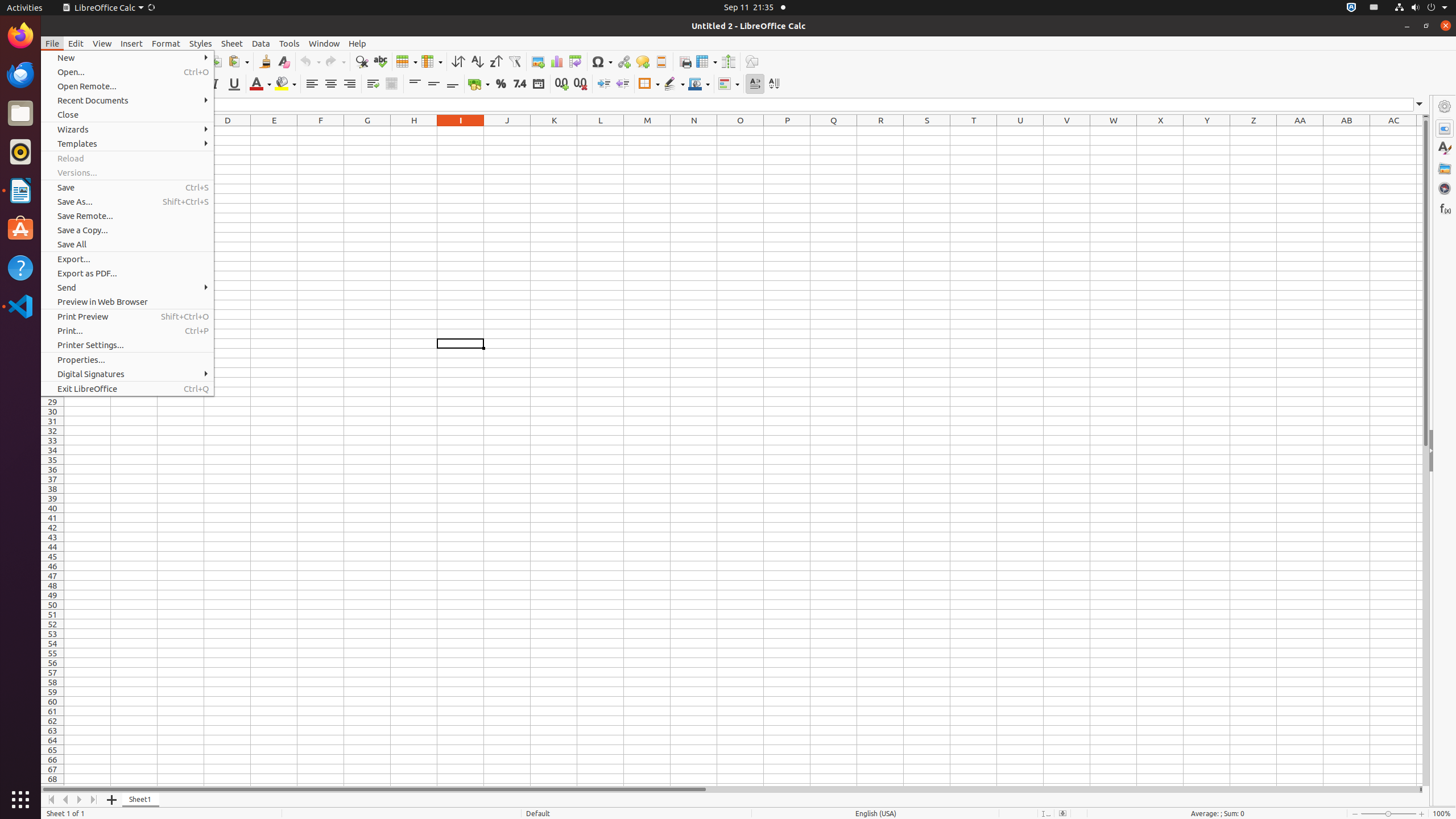 This screenshot has width=1456, height=819. What do you see at coordinates (1444, 168) in the screenshot?
I see `'Gallery'` at bounding box center [1444, 168].